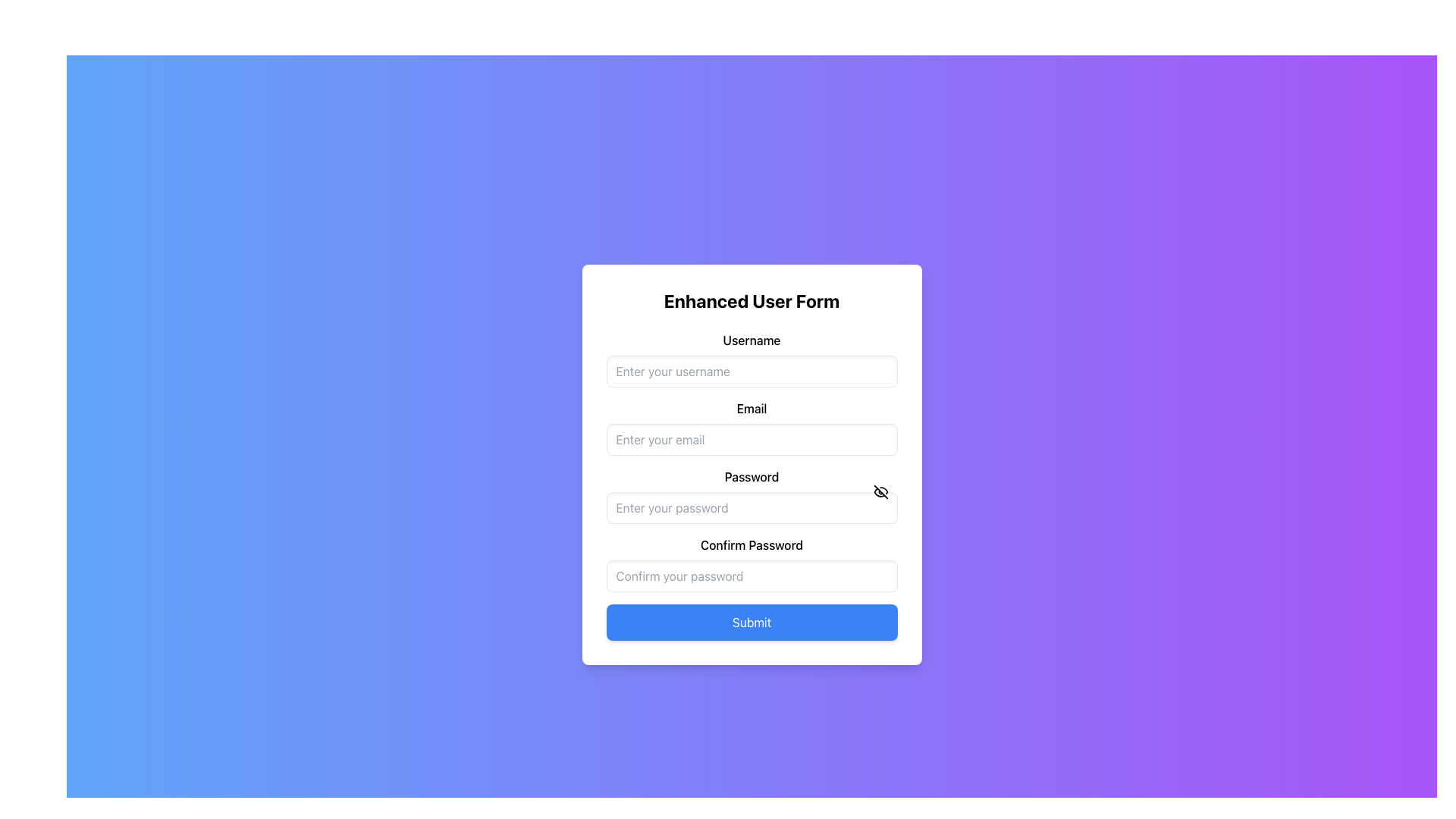 The height and width of the screenshot is (819, 1456). I want to click on the text label that describes the email input field, located in the middle section of the form, directly above the input field labeled 'Enter your email', so click(752, 408).